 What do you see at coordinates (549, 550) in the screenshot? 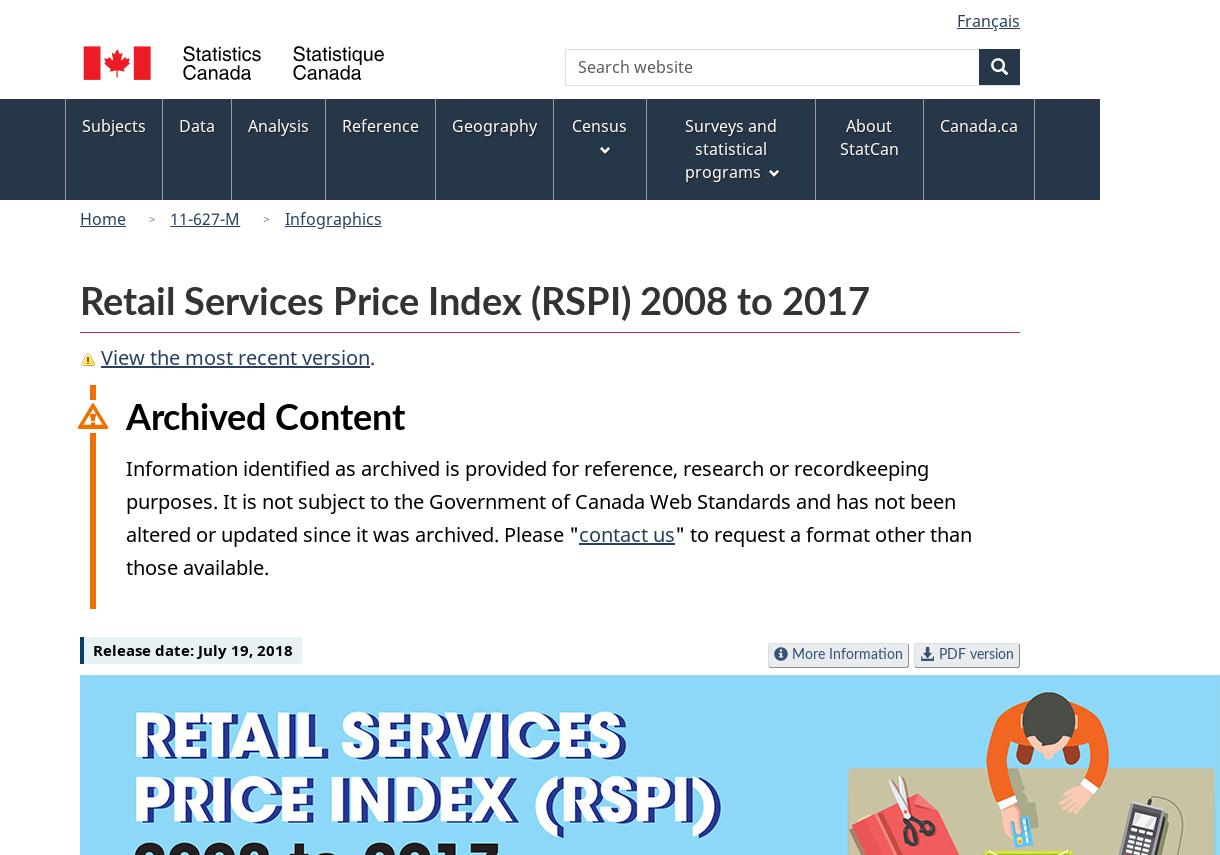
I see `'" to request a format other than those available.'` at bounding box center [549, 550].